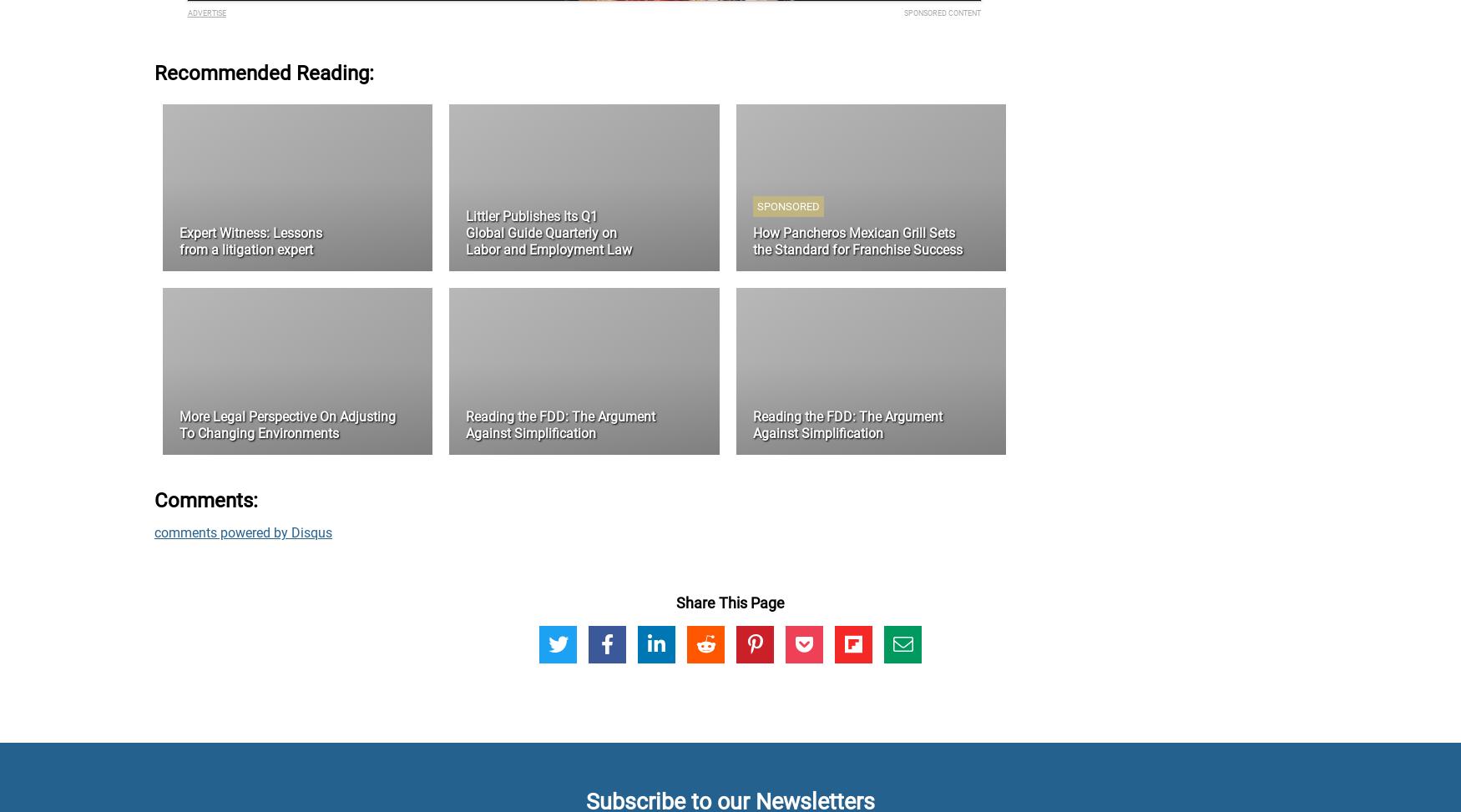 The height and width of the screenshot is (812, 1461). I want to click on 'Recommended Reading:', so click(264, 72).